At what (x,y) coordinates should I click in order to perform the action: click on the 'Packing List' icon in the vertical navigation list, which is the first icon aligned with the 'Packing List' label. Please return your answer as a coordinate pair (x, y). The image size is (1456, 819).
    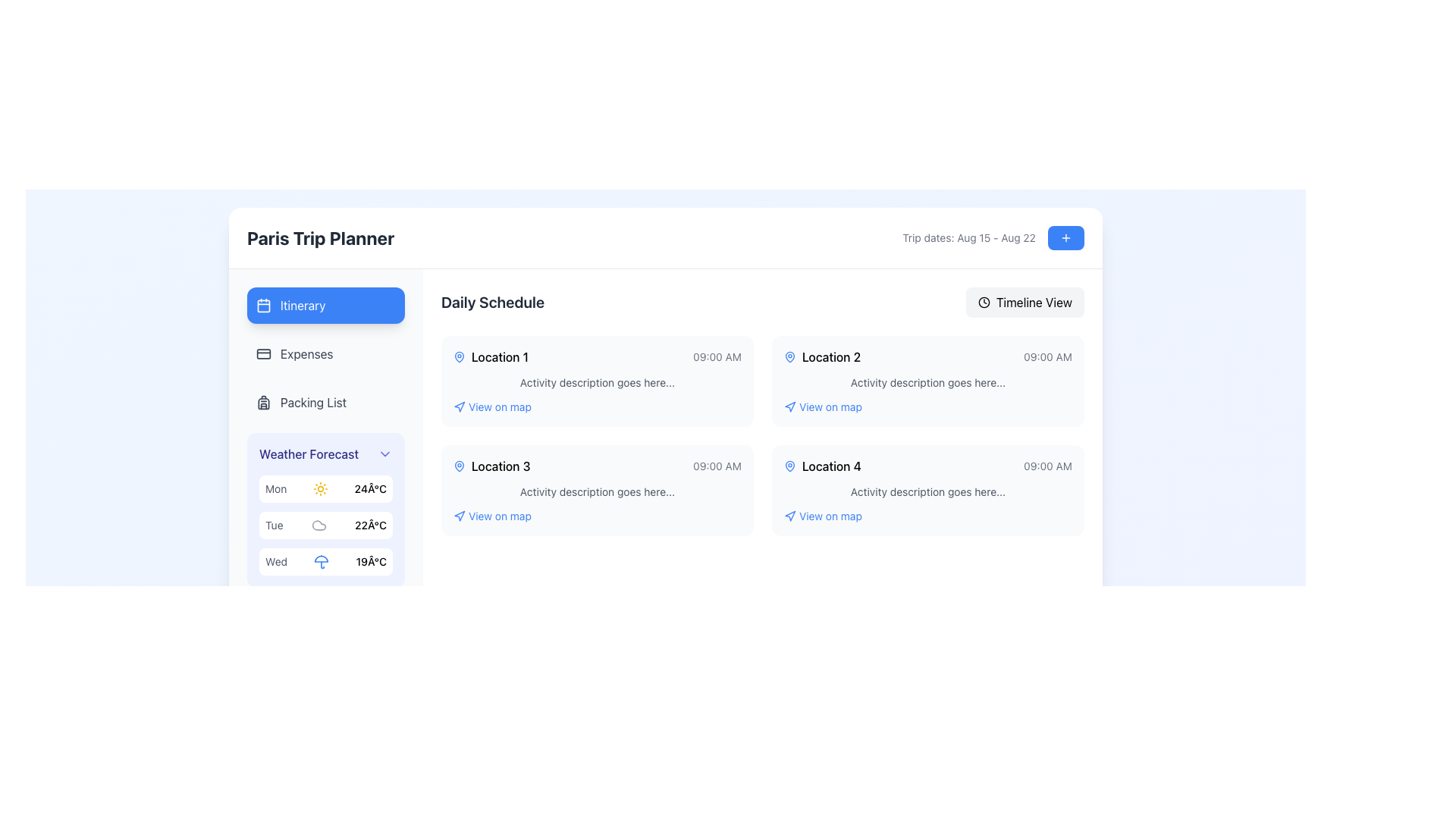
    Looking at the image, I should click on (263, 402).